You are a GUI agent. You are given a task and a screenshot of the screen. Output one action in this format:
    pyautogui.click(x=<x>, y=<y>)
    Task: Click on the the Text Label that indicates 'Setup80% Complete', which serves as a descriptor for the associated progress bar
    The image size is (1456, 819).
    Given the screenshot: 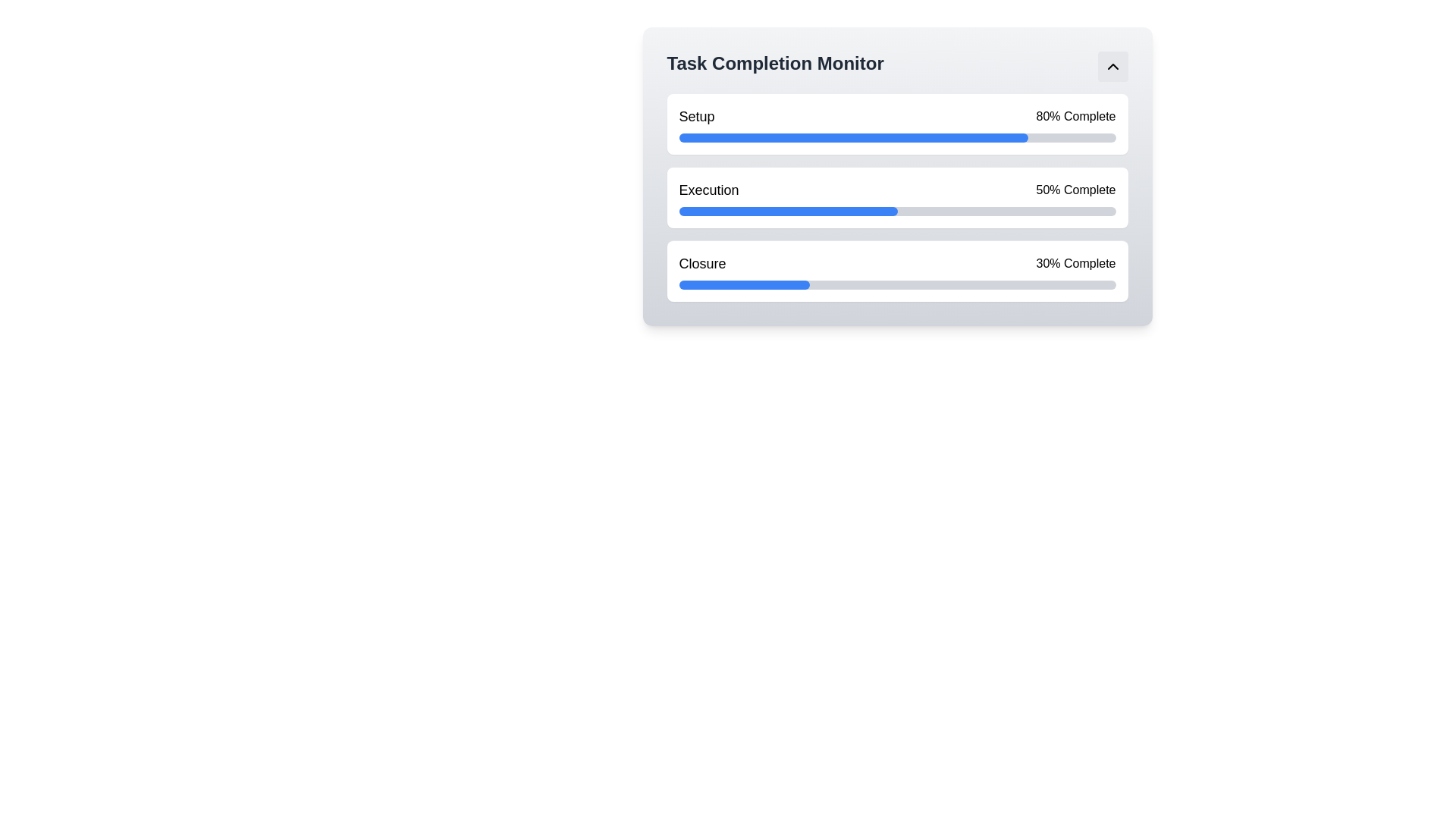 What is the action you would take?
    pyautogui.click(x=696, y=116)
    